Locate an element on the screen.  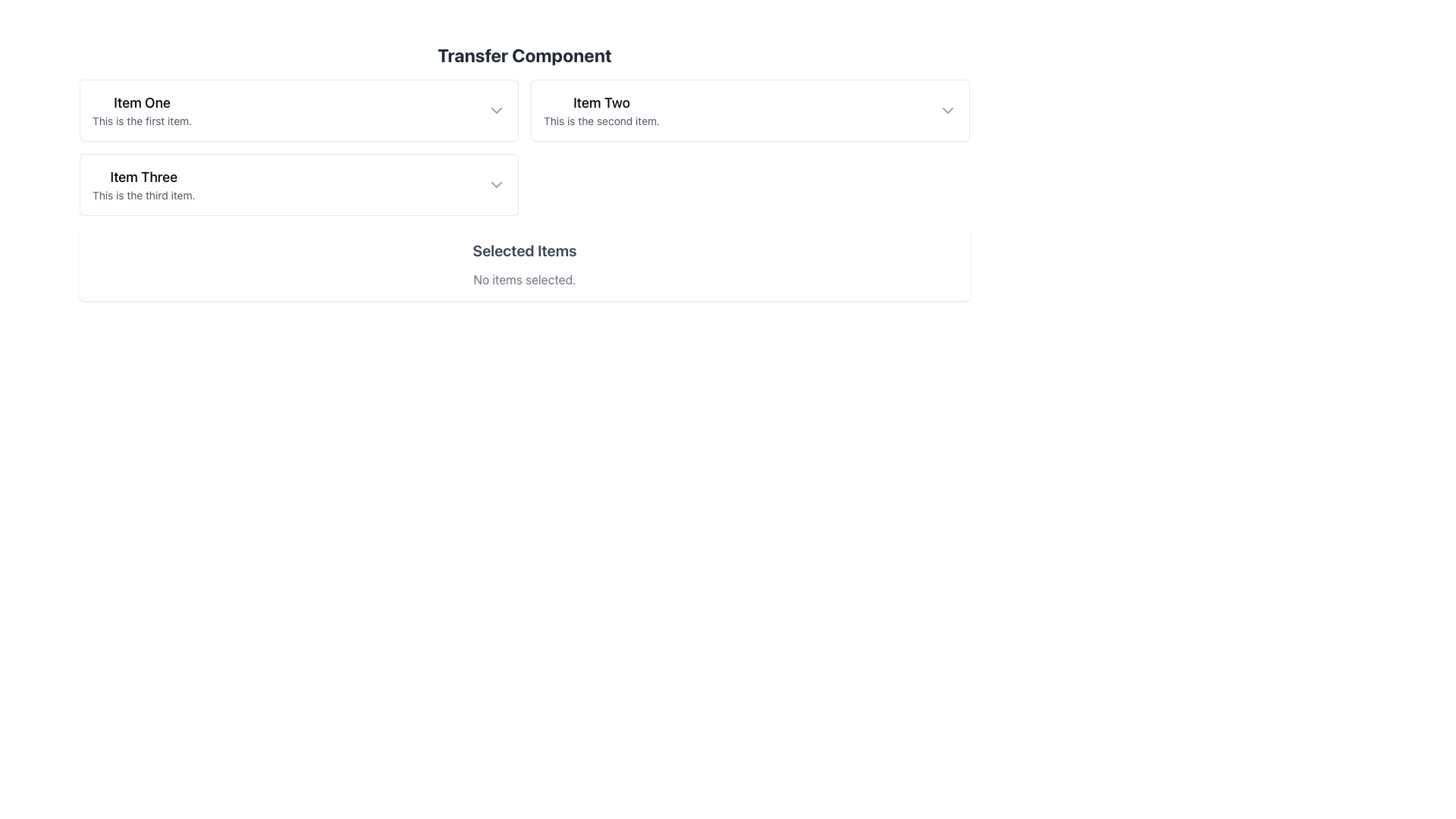
the downward-pointing chevron icon located at the top-right of the 'Item One' box is located at coordinates (496, 110).